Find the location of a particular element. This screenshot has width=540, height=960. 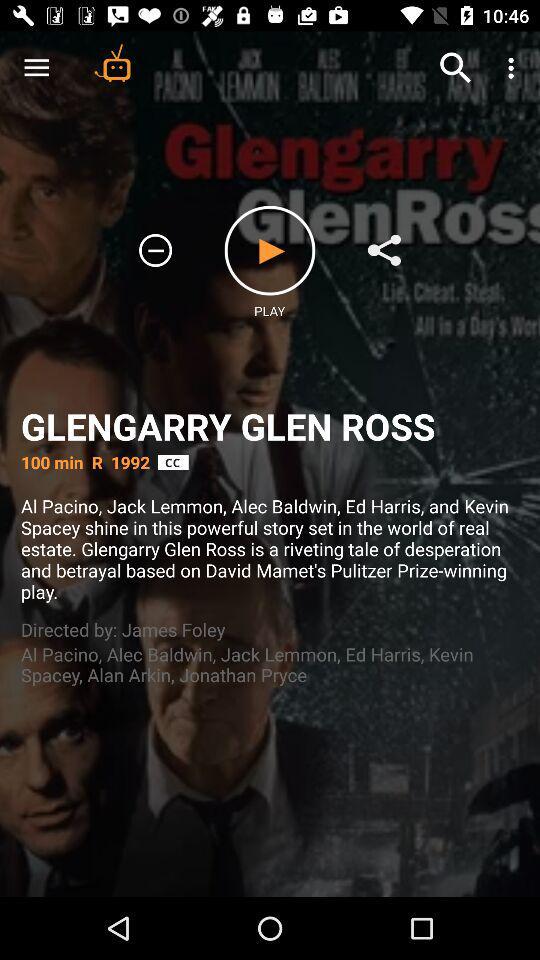

the play icon is located at coordinates (270, 249).